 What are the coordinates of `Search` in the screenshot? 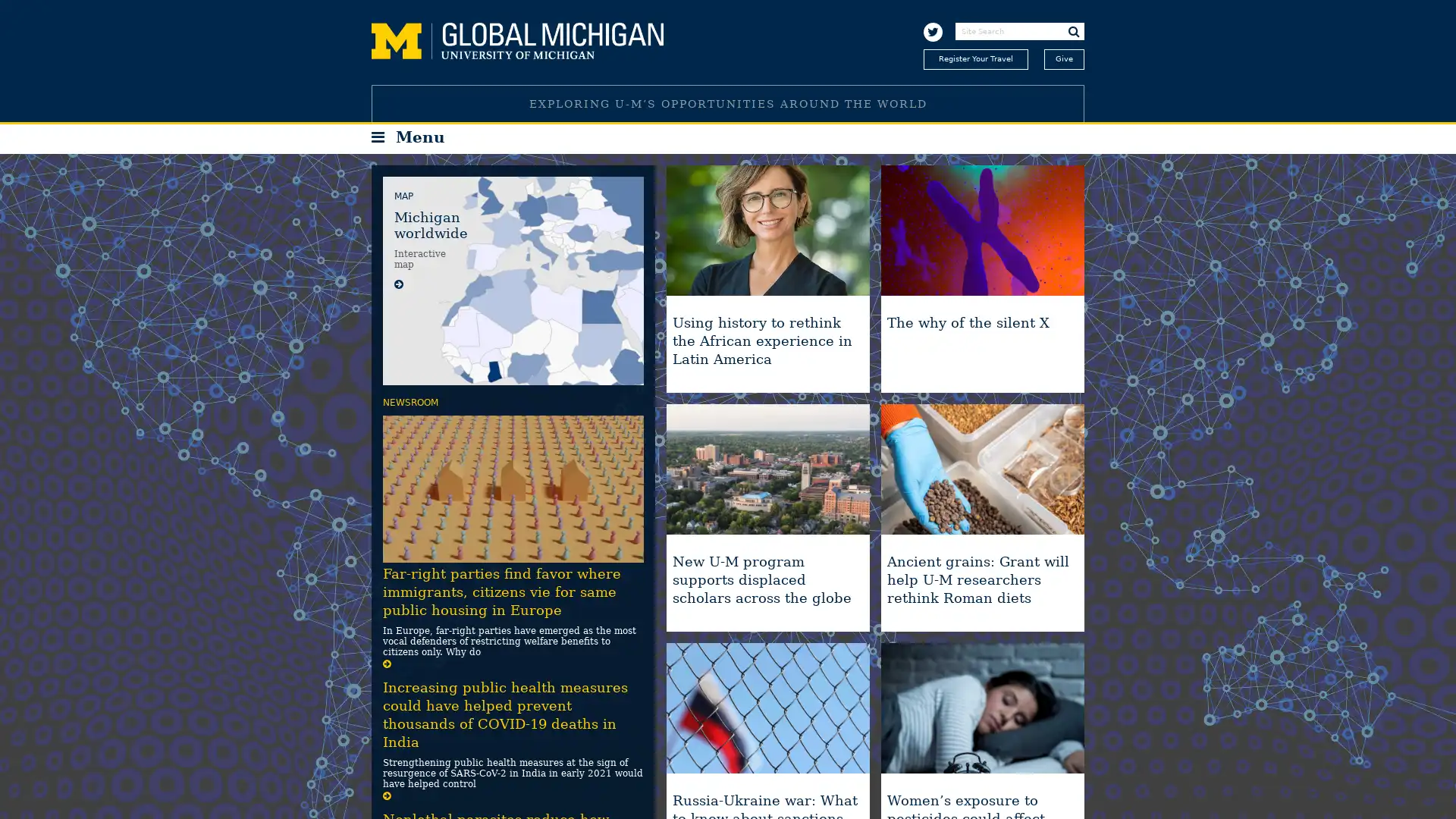 It's located at (1073, 31).